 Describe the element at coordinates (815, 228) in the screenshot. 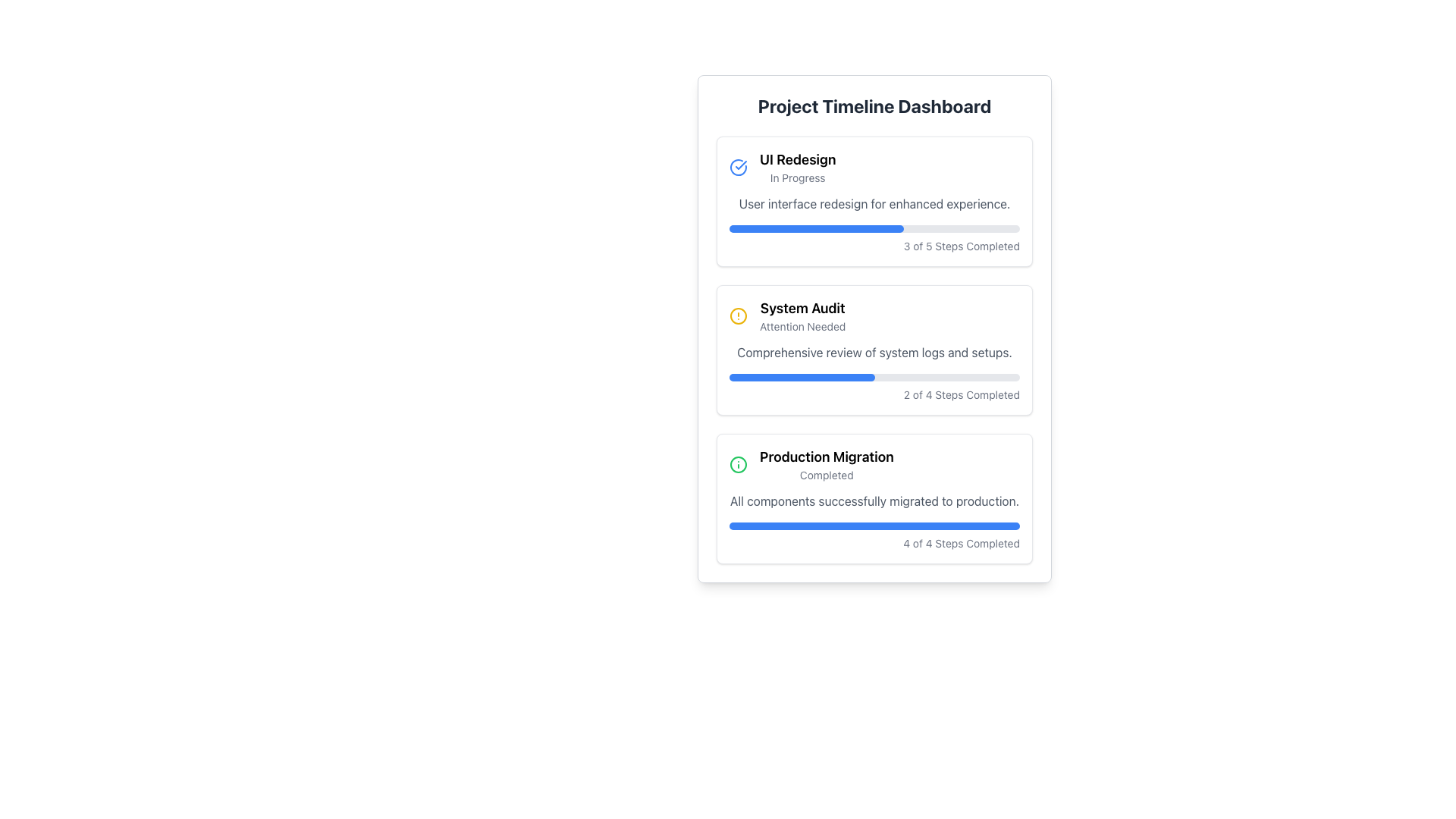

I see `the horizontal blue progress bar located below the 'UI Redesign' header and above the step count text in the first activity card` at that location.